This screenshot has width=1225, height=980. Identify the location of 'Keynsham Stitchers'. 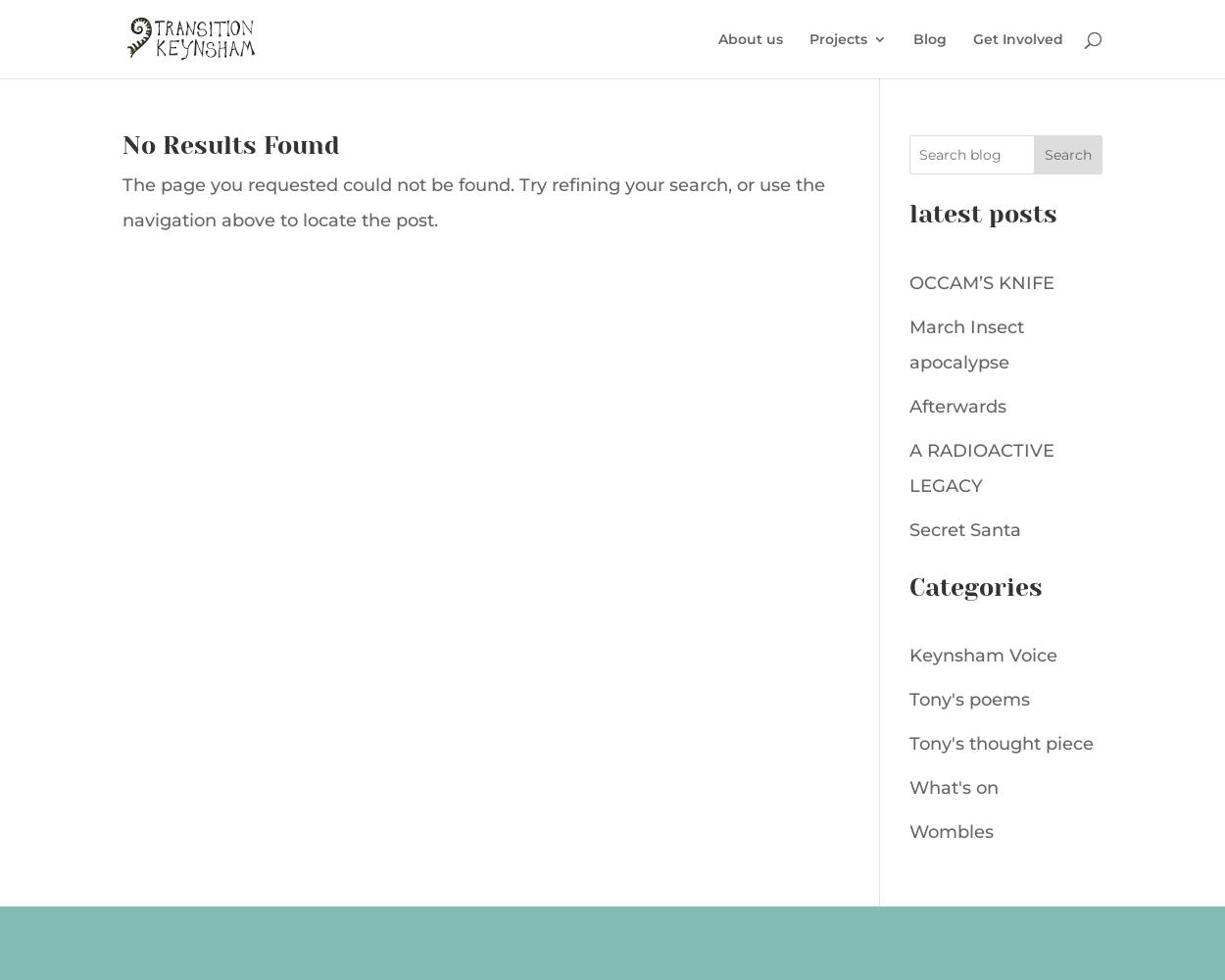
(919, 198).